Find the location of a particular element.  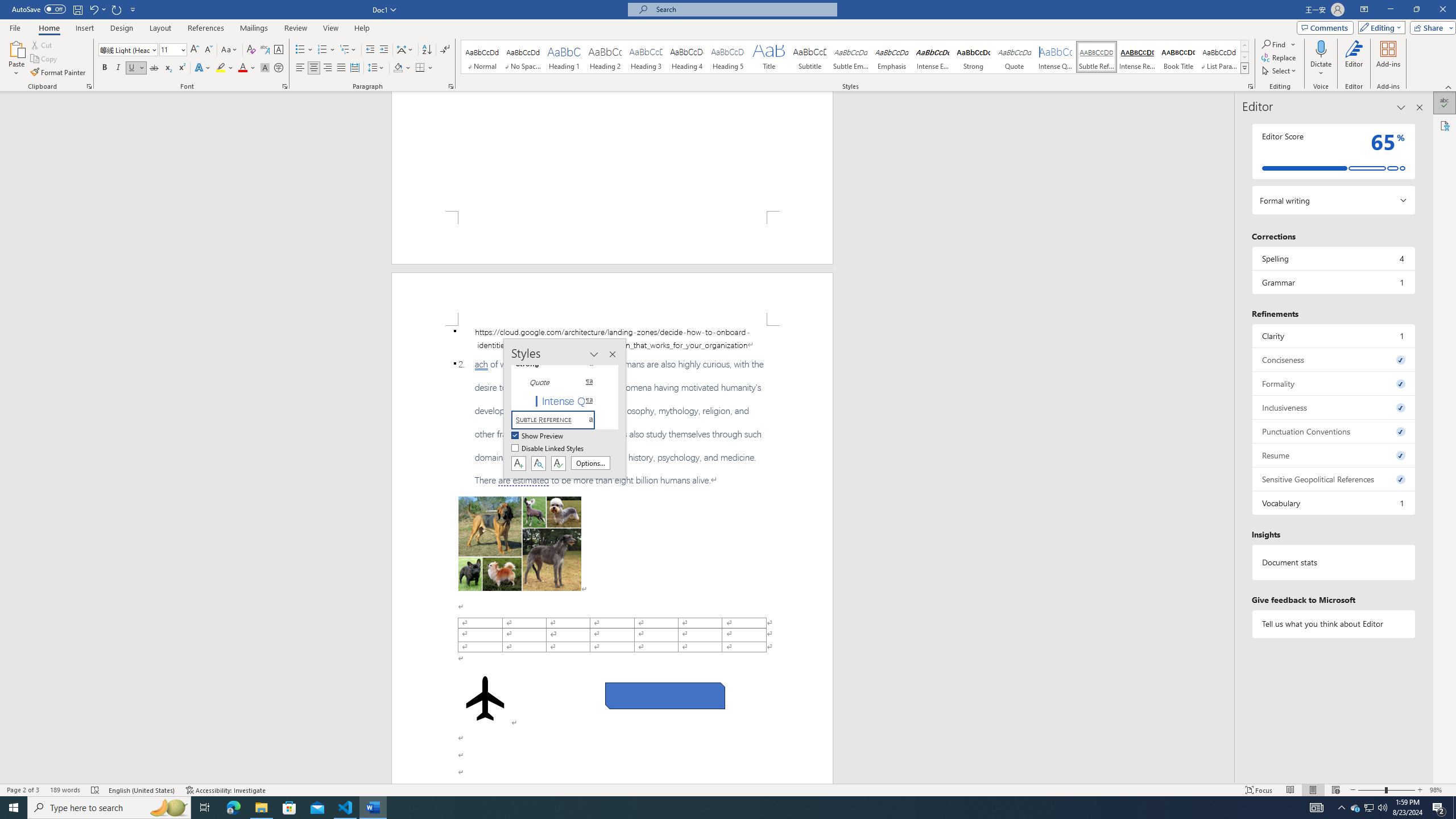

'Increase Indent' is located at coordinates (383, 49).